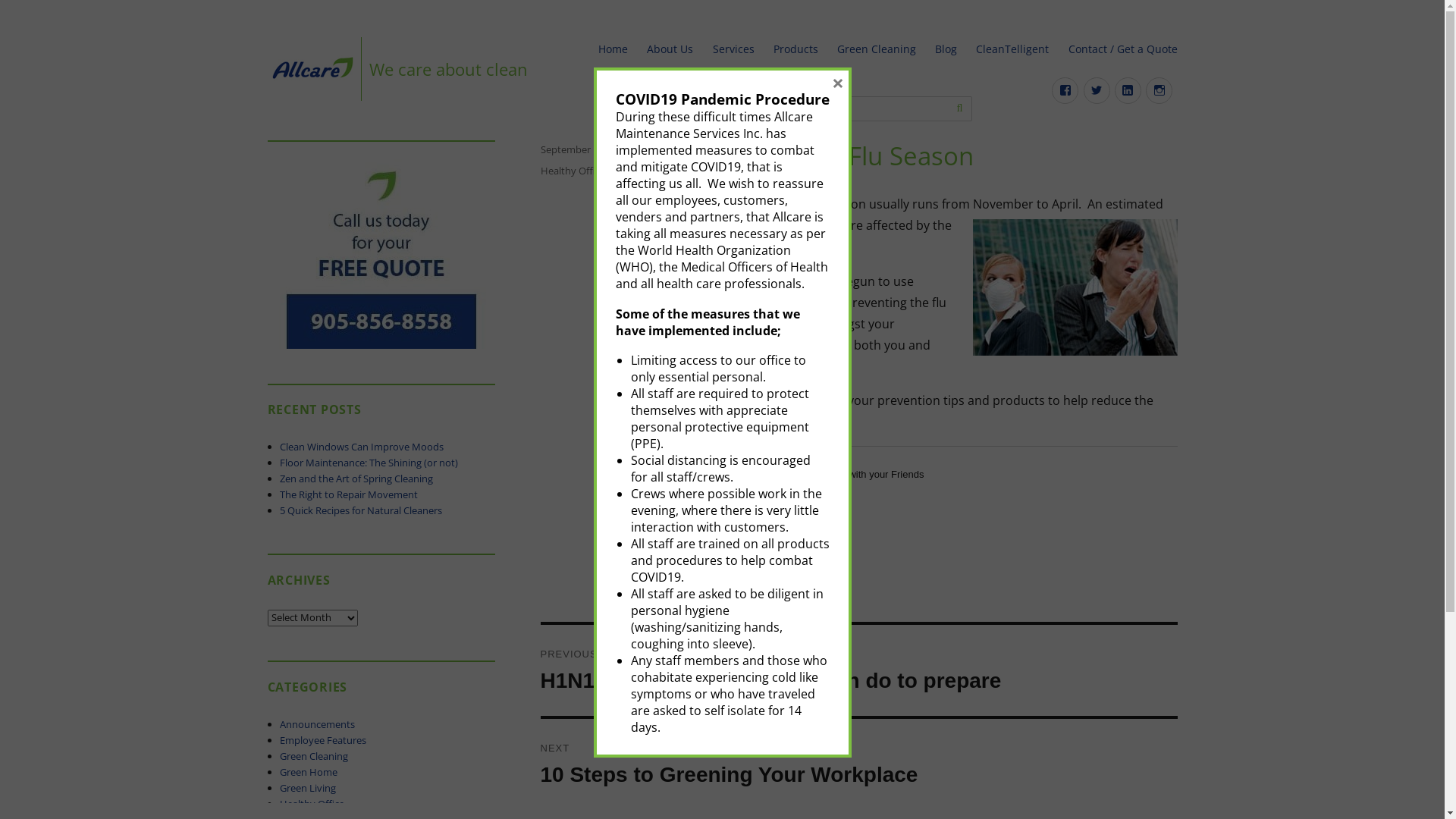  What do you see at coordinates (669, 49) in the screenshot?
I see `'About Us'` at bounding box center [669, 49].